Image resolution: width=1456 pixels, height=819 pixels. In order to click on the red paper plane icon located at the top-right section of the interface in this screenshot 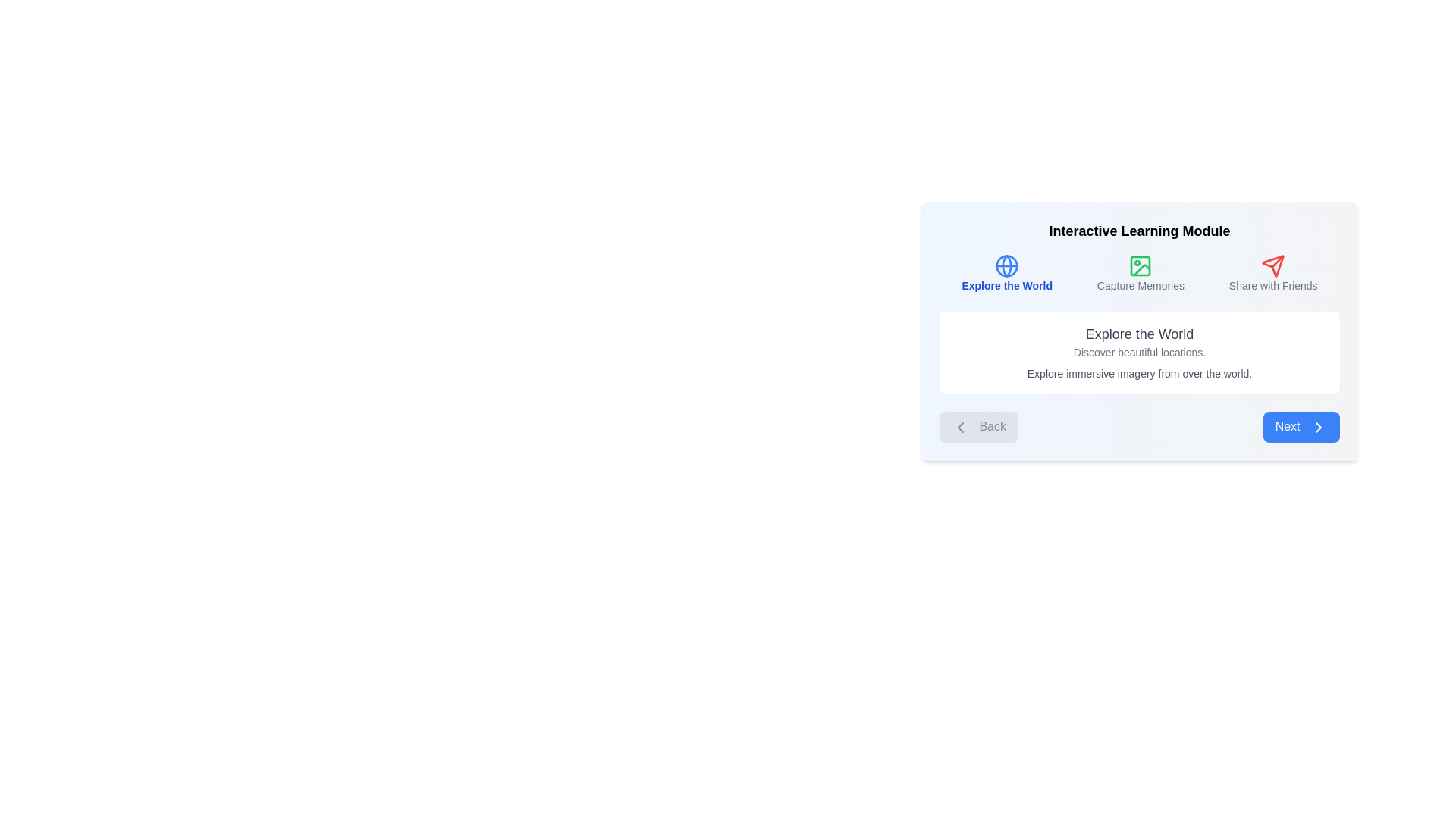, I will do `click(1273, 265)`.